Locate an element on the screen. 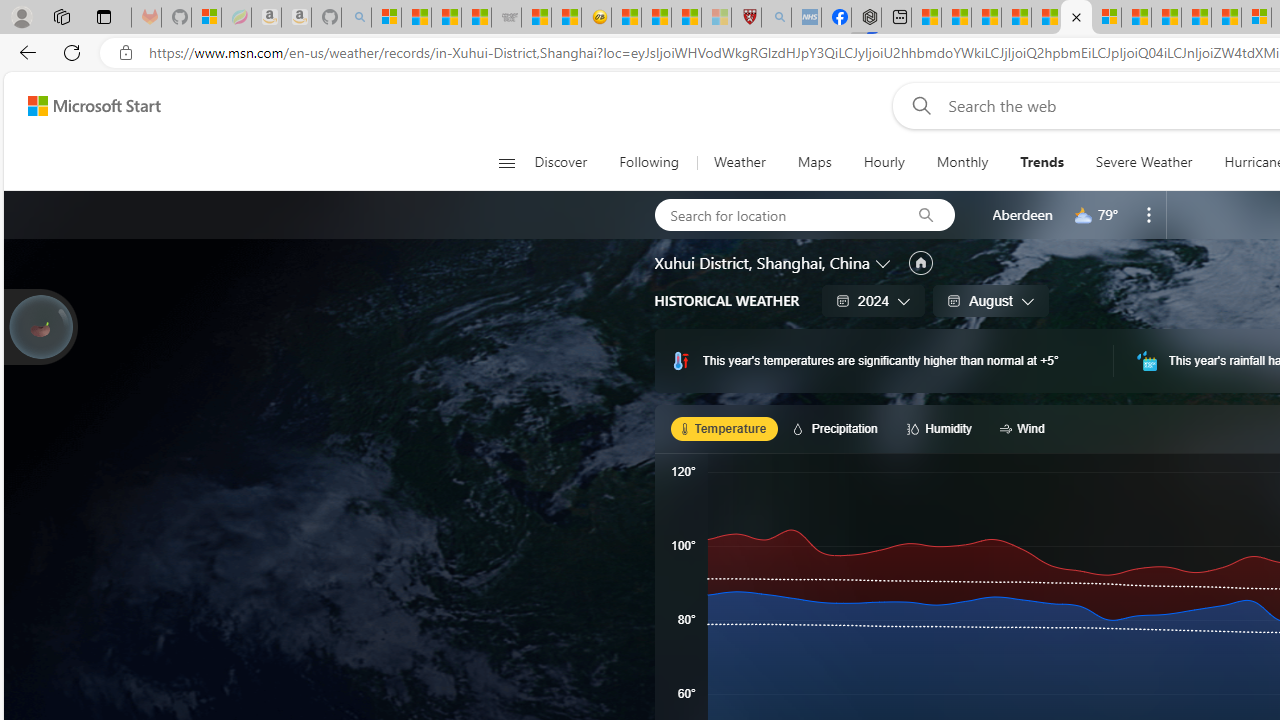 The width and height of the screenshot is (1280, 720). 'Maps' is located at coordinates (814, 162).